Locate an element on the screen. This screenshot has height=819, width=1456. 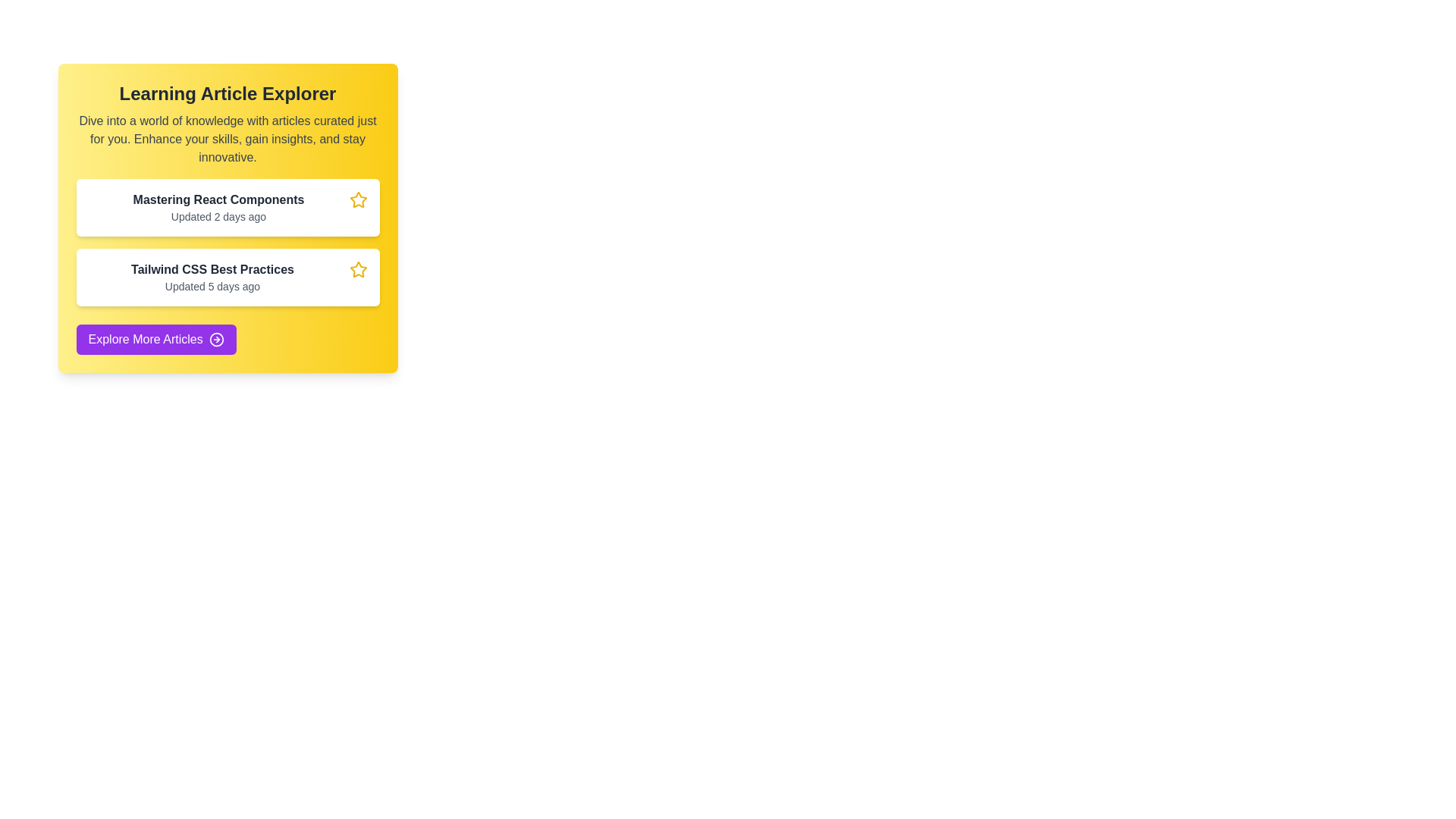
the second article entry in the yellow card labeled 'Learning Article Explorer', which displays the title and update information of the article is located at coordinates (212, 278).